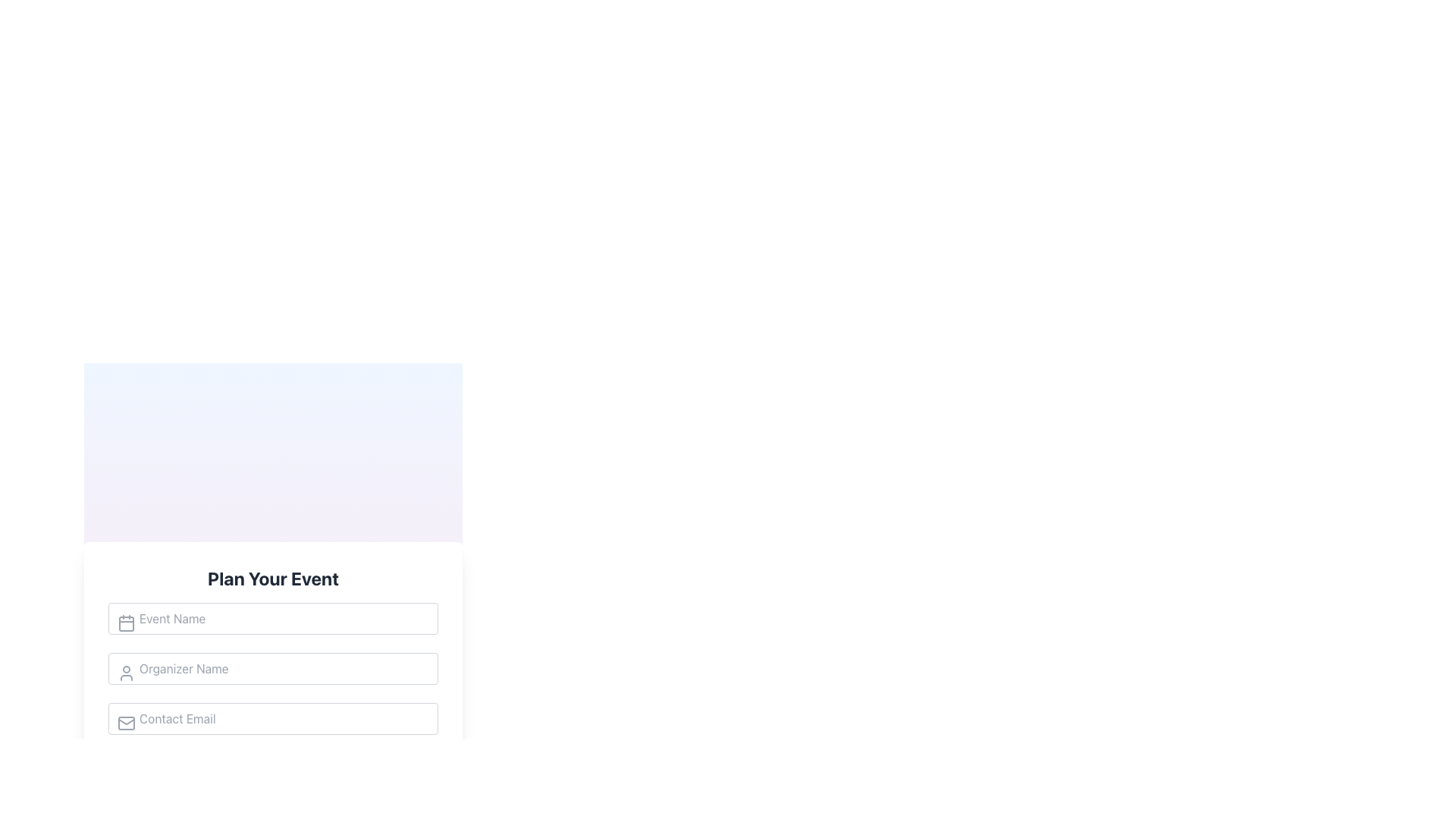 The image size is (1456, 819). Describe the element at coordinates (127, 623) in the screenshot. I see `the small square icon with rounded corners representing a calendar, located to the left of the 'Event Name' input field in the 'Plan Your Event' form` at that location.